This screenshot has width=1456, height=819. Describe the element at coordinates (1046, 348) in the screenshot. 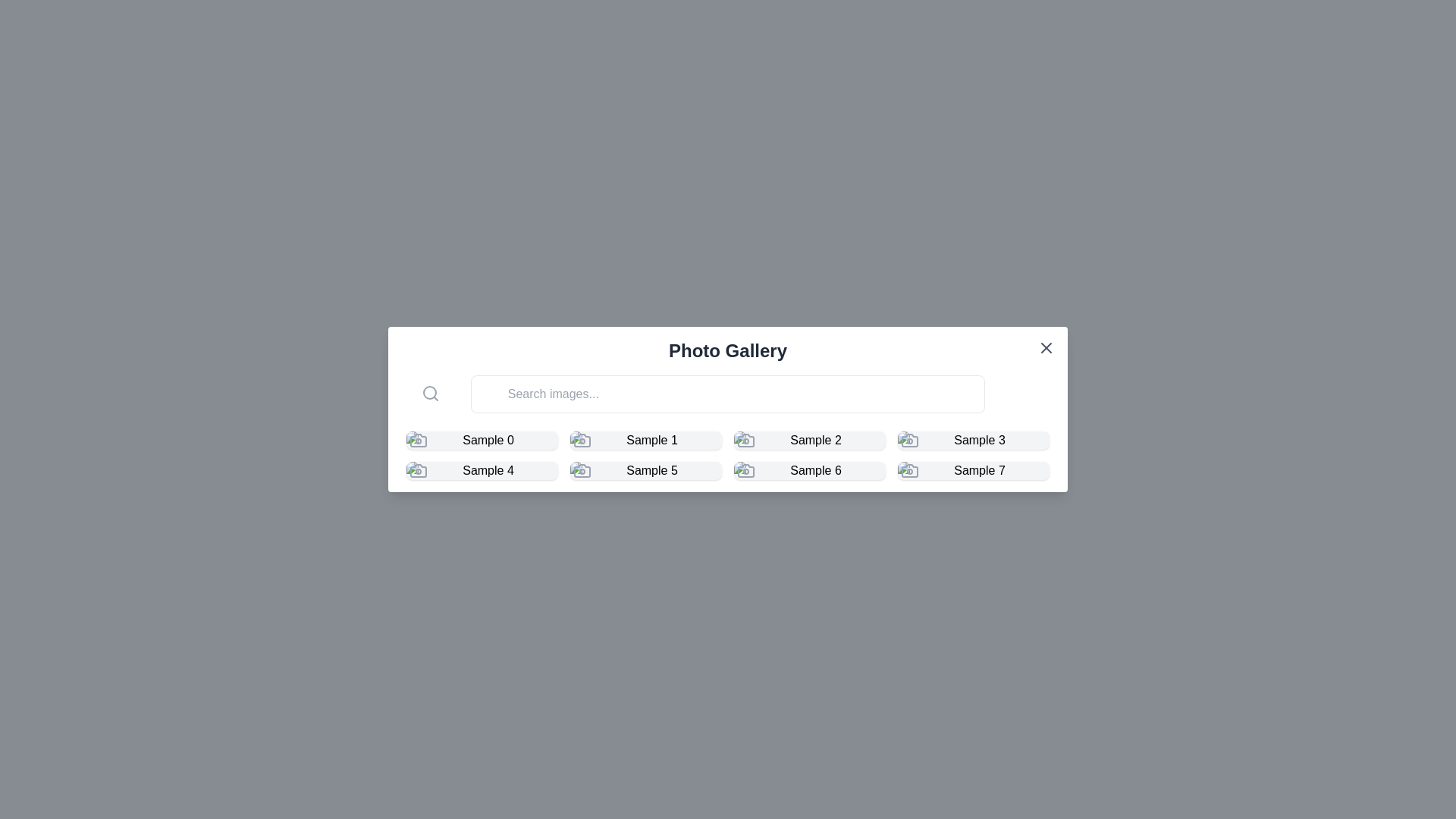

I see `the 'X' icon located at the top-right corner of the header section` at that location.